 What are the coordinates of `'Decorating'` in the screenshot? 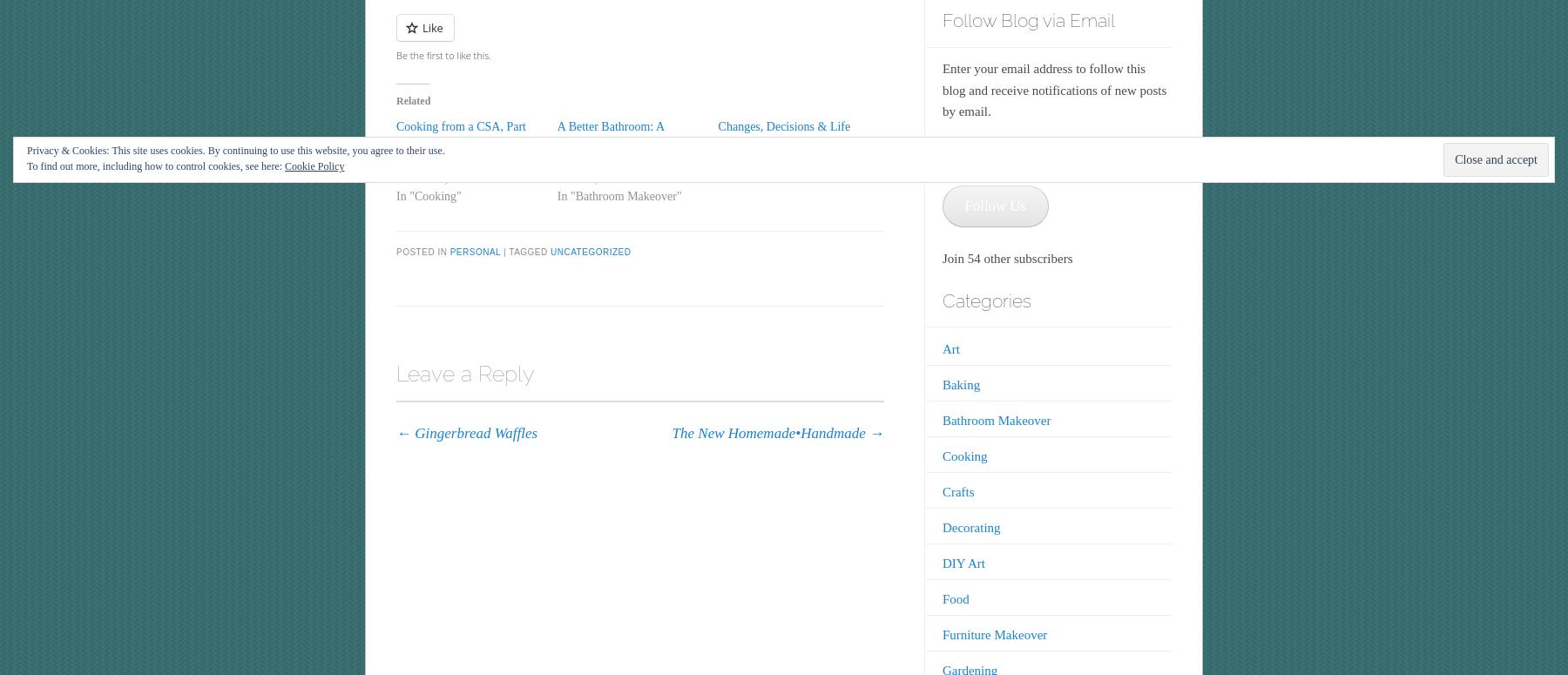 It's located at (970, 526).